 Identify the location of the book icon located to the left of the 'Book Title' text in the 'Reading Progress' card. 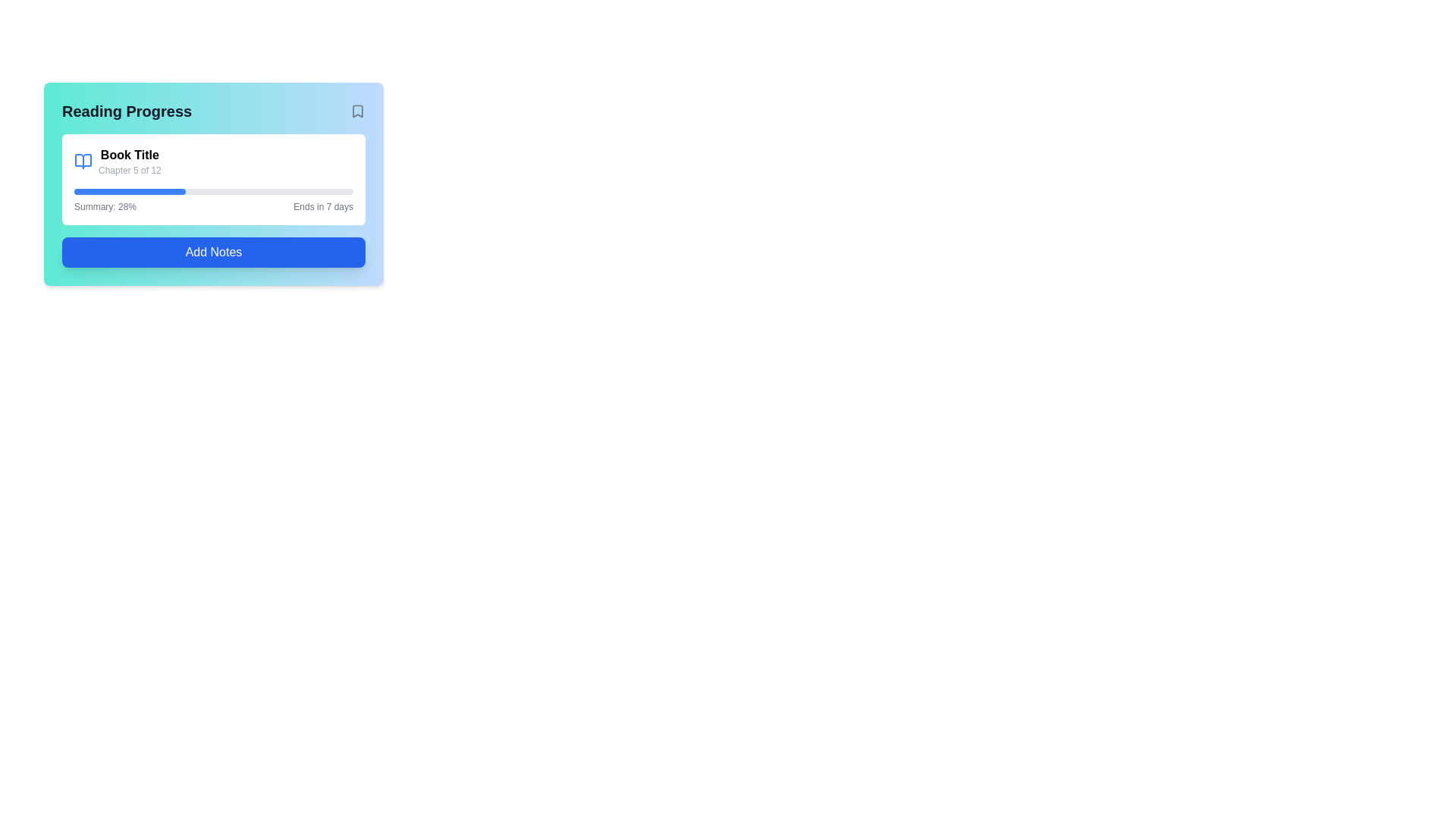
(83, 161).